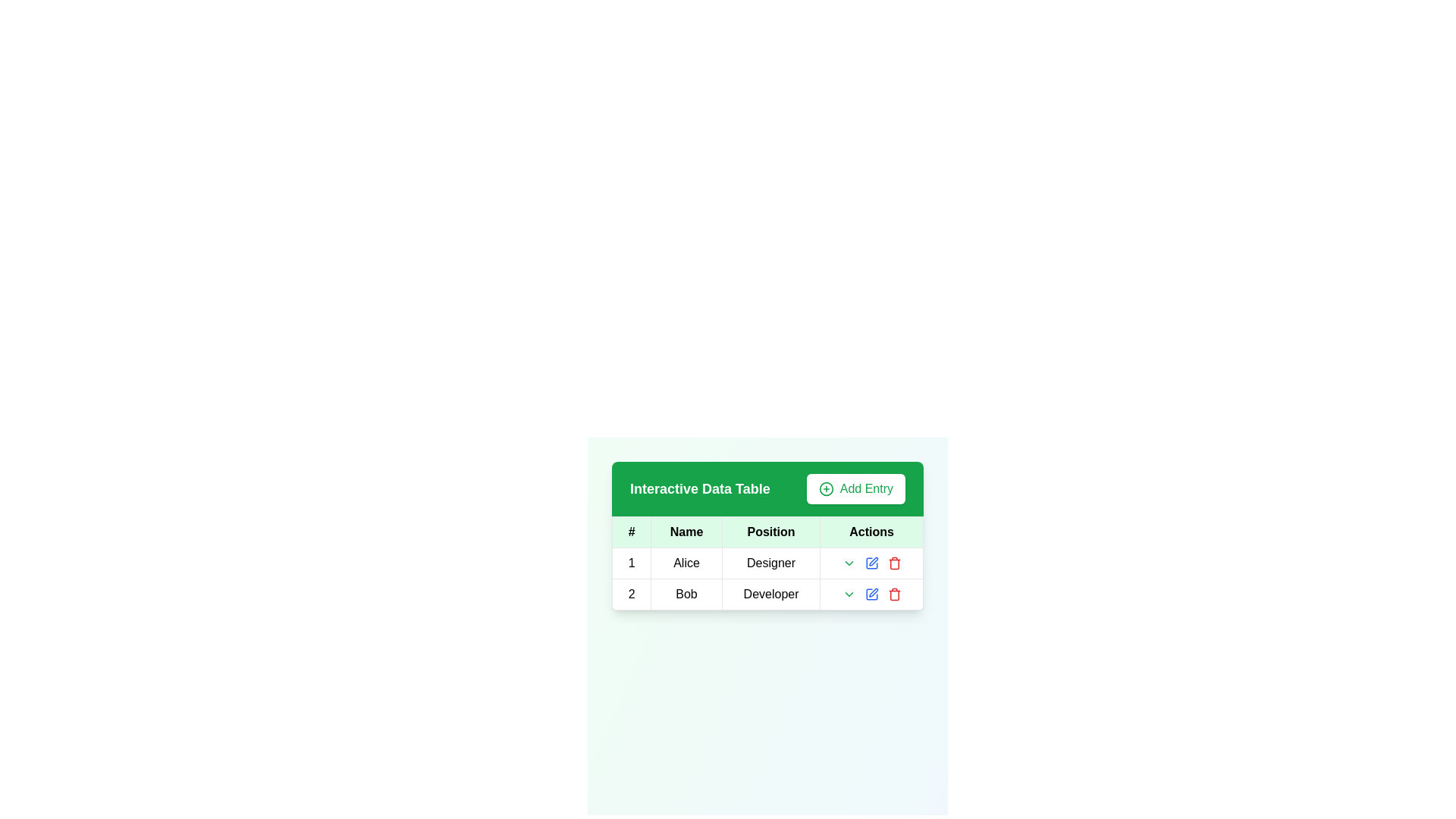  I want to click on the text box that contains the number '2', which is the first column in the second row of a table, positioned under the '# Name Position Actions' header, so click(632, 593).